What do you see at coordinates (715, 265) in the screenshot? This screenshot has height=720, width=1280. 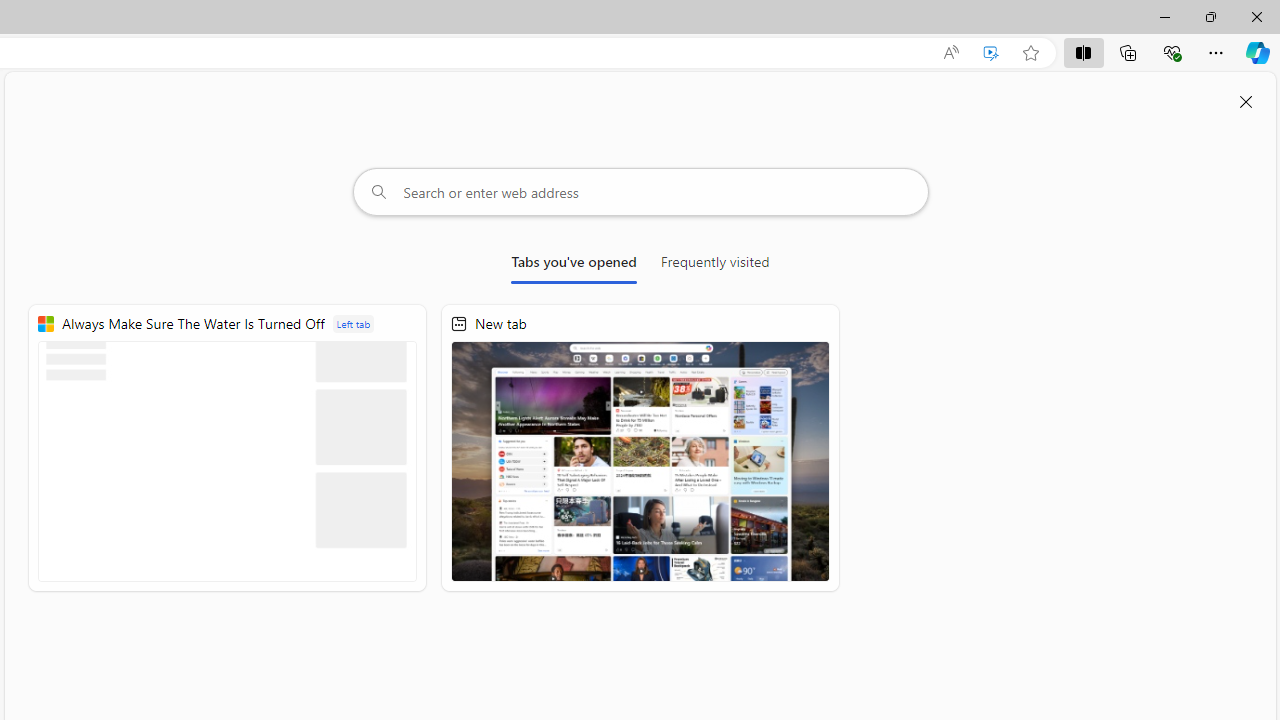 I see `'Frequently visited'` at bounding box center [715, 265].